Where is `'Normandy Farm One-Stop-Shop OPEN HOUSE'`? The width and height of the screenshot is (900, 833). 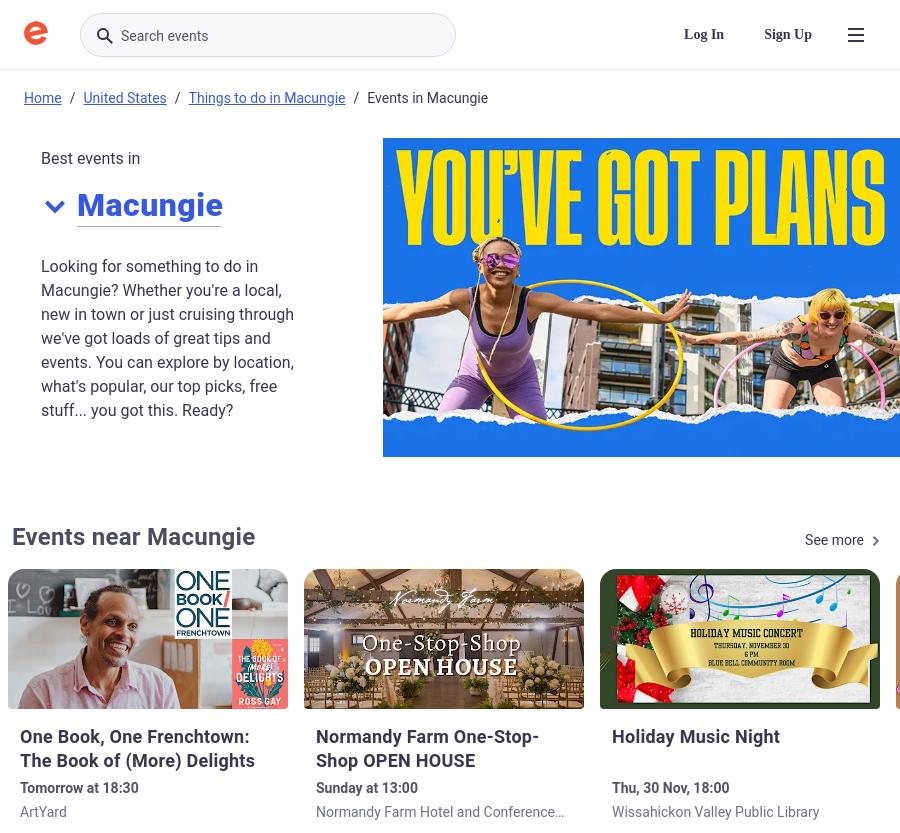 'Normandy Farm One-Stop-Shop OPEN HOUSE' is located at coordinates (427, 747).